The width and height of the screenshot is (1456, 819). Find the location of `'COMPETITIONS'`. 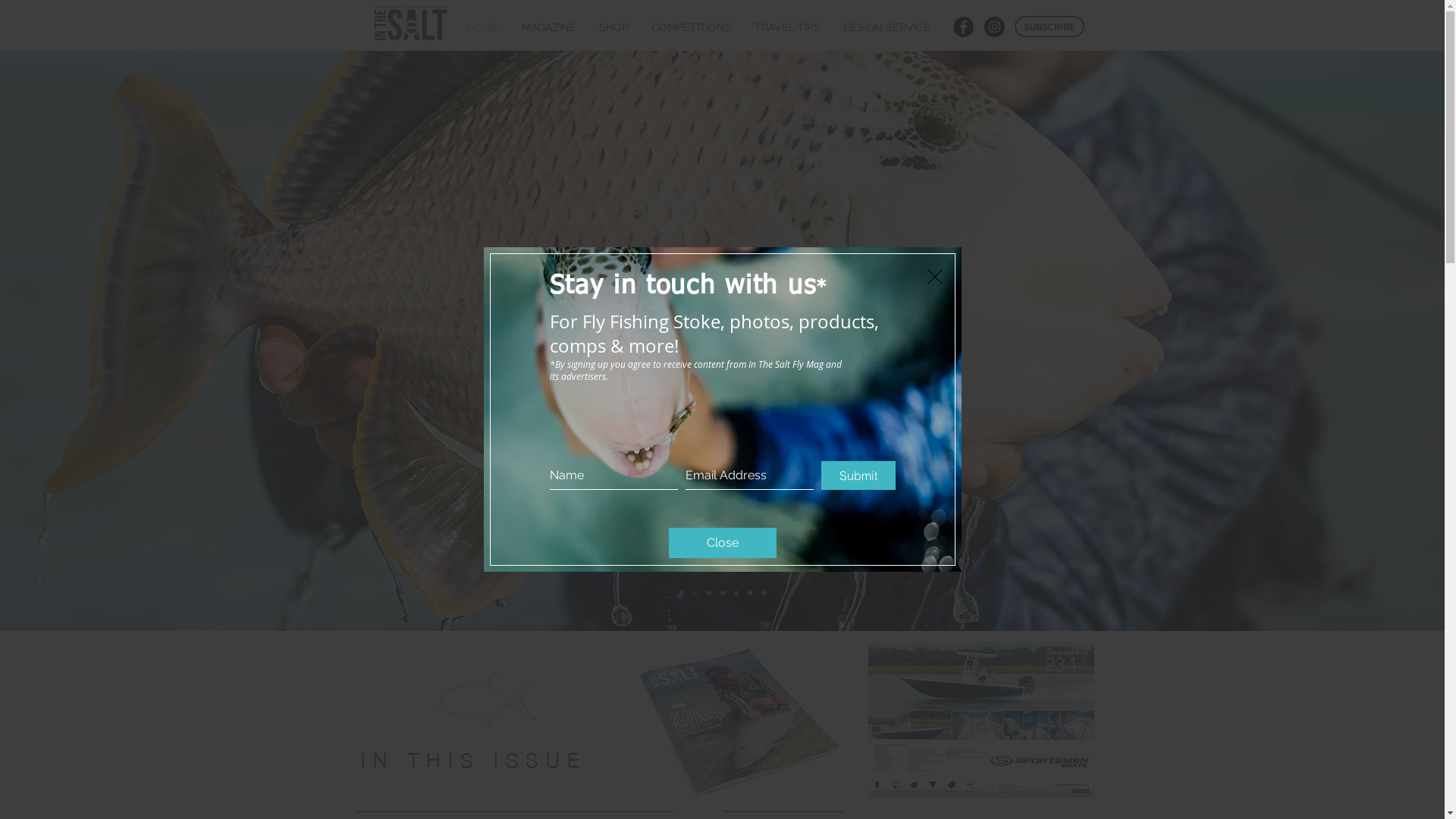

'COMPETITIONS' is located at coordinates (691, 27).